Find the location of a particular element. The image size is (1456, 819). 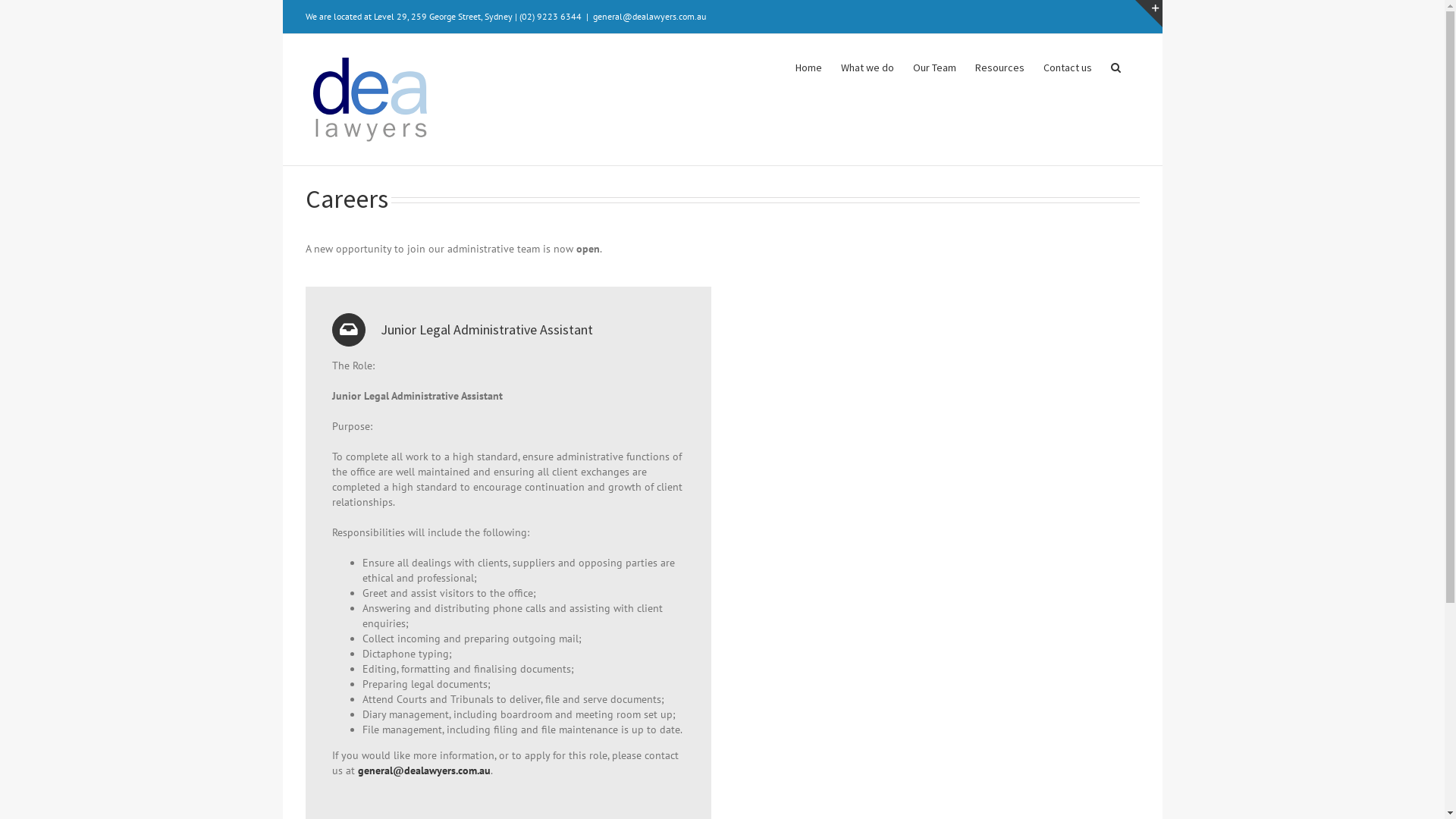

'general@dealawyers.com.au' is located at coordinates (649, 16).